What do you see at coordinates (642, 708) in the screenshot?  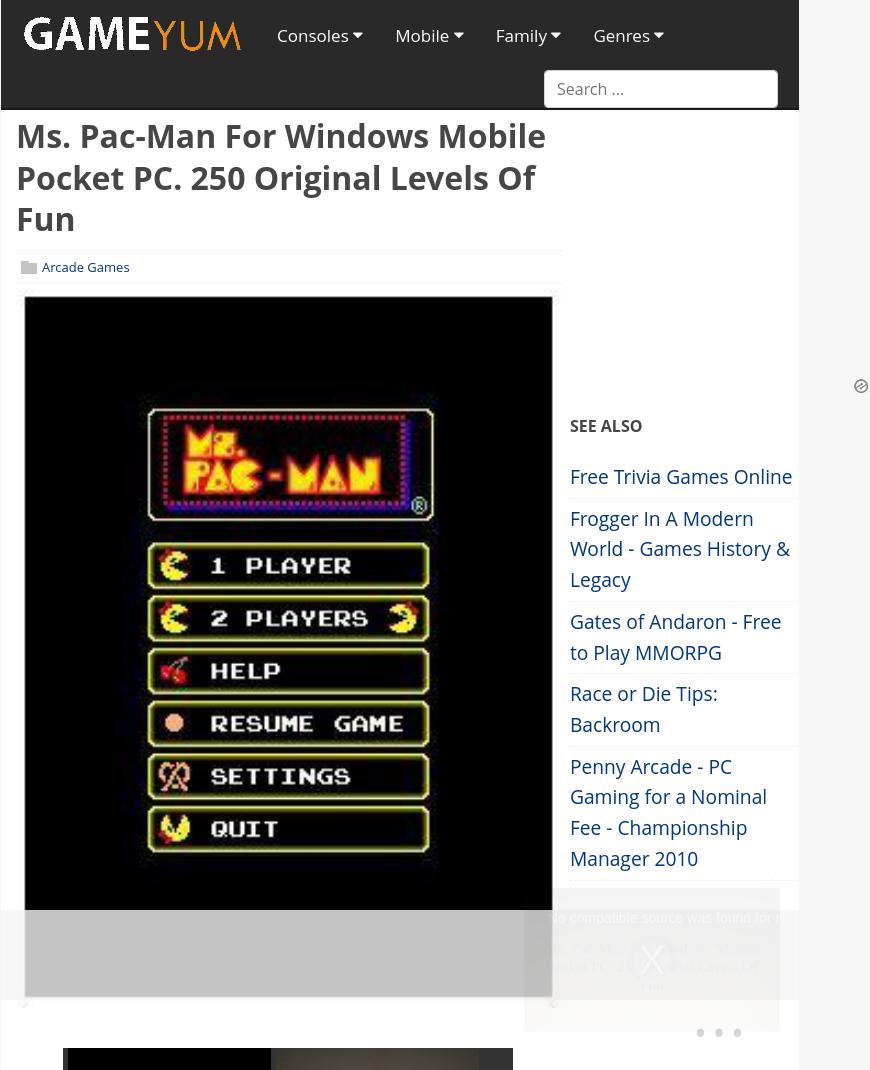 I see `'Race or Die Tips: Backroom'` at bounding box center [642, 708].